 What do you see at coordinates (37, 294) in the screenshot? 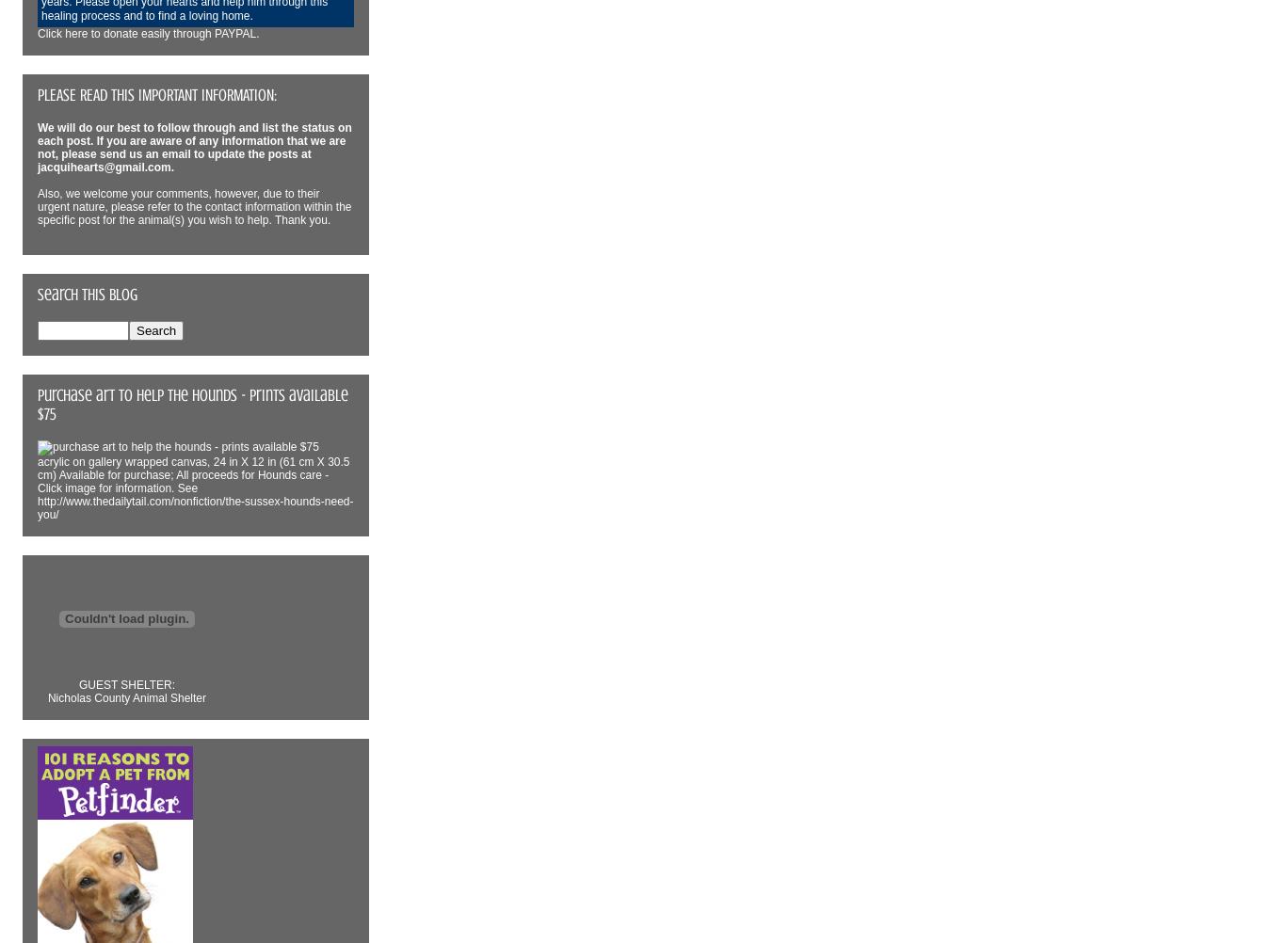
I see `'Search This Blog'` at bounding box center [37, 294].